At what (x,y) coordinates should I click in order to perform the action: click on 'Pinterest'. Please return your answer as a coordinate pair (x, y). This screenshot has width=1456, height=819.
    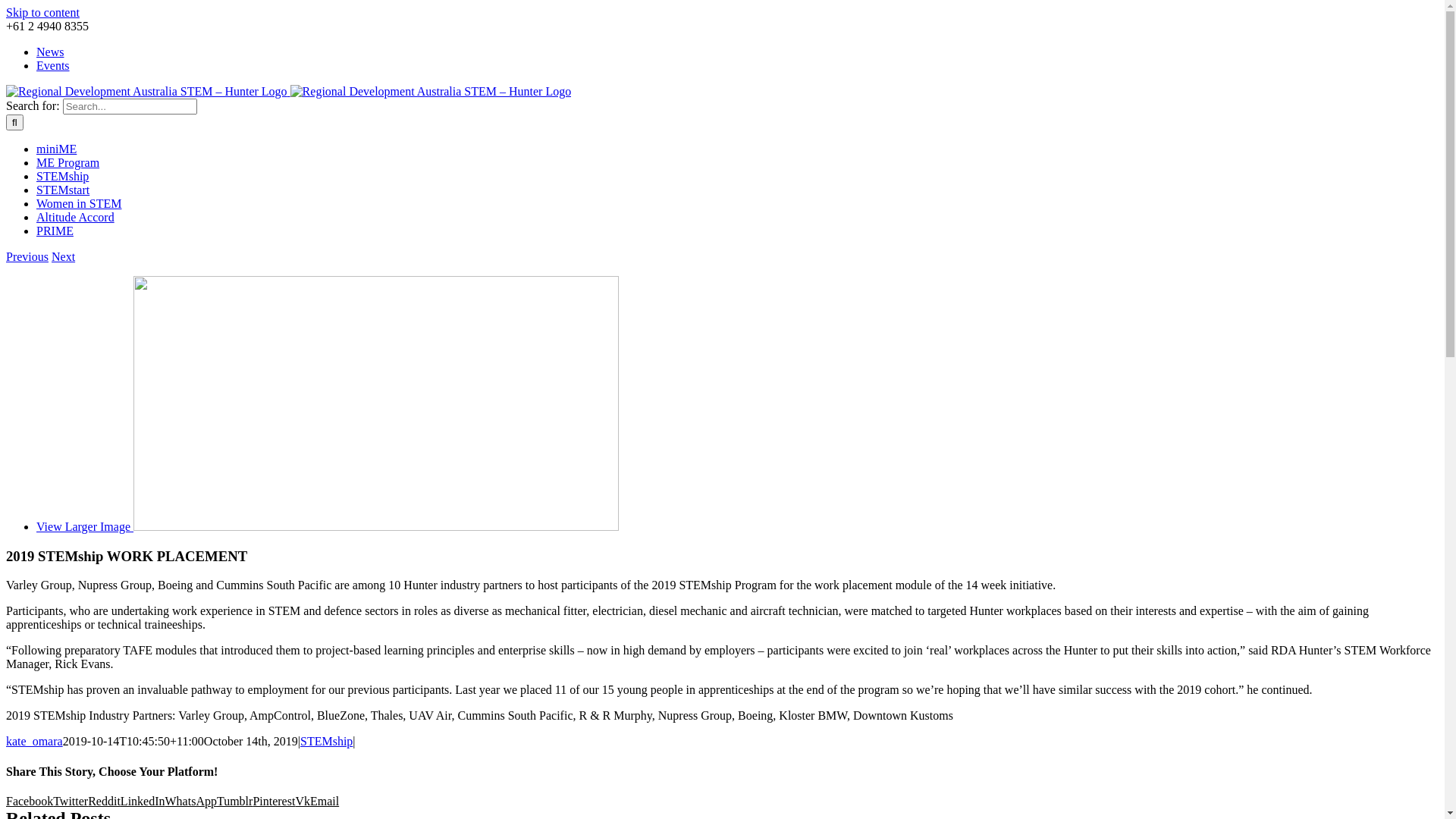
    Looking at the image, I should click on (252, 800).